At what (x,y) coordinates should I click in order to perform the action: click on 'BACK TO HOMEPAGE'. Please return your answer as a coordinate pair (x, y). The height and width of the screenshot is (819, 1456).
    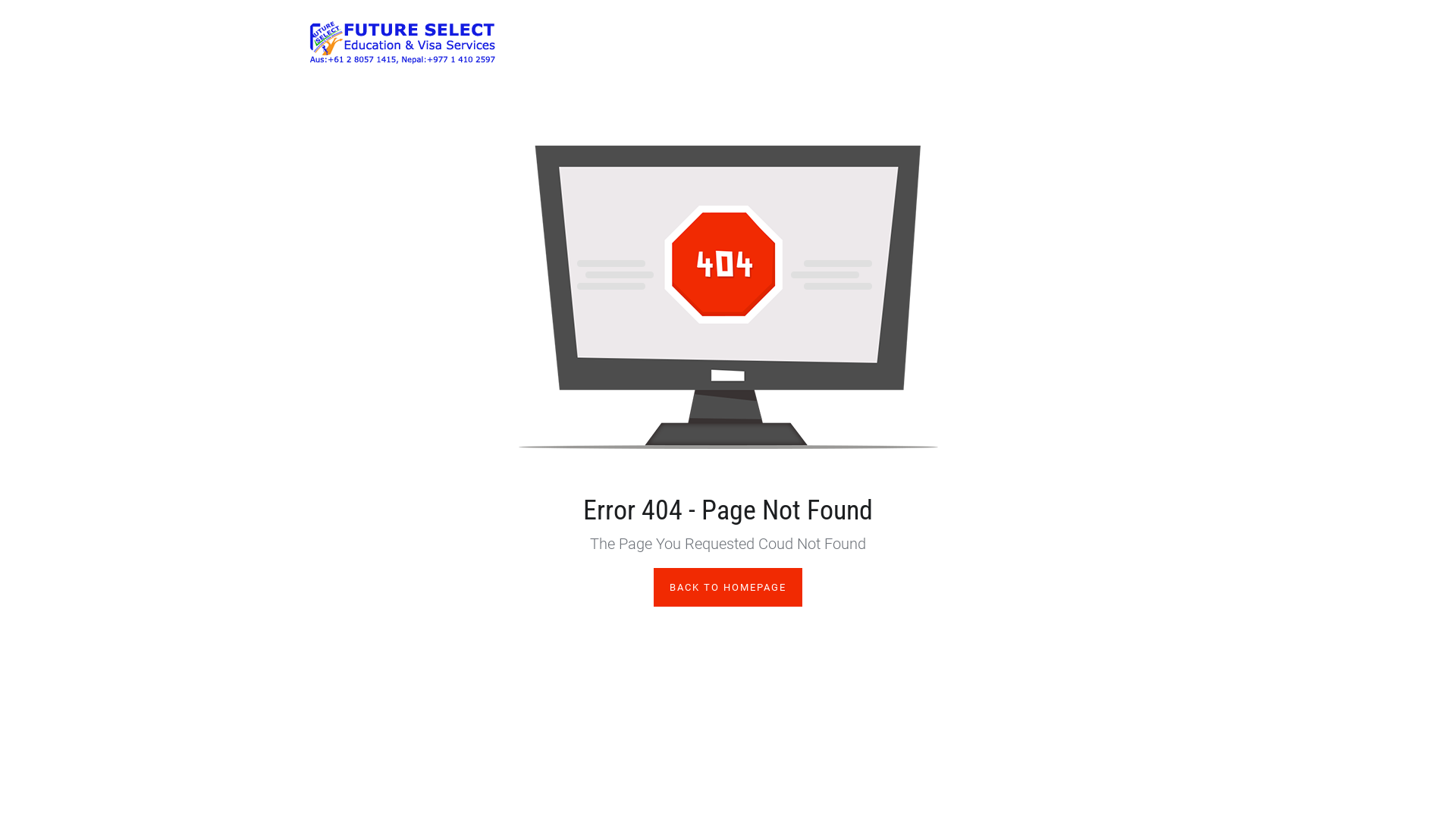
    Looking at the image, I should click on (728, 586).